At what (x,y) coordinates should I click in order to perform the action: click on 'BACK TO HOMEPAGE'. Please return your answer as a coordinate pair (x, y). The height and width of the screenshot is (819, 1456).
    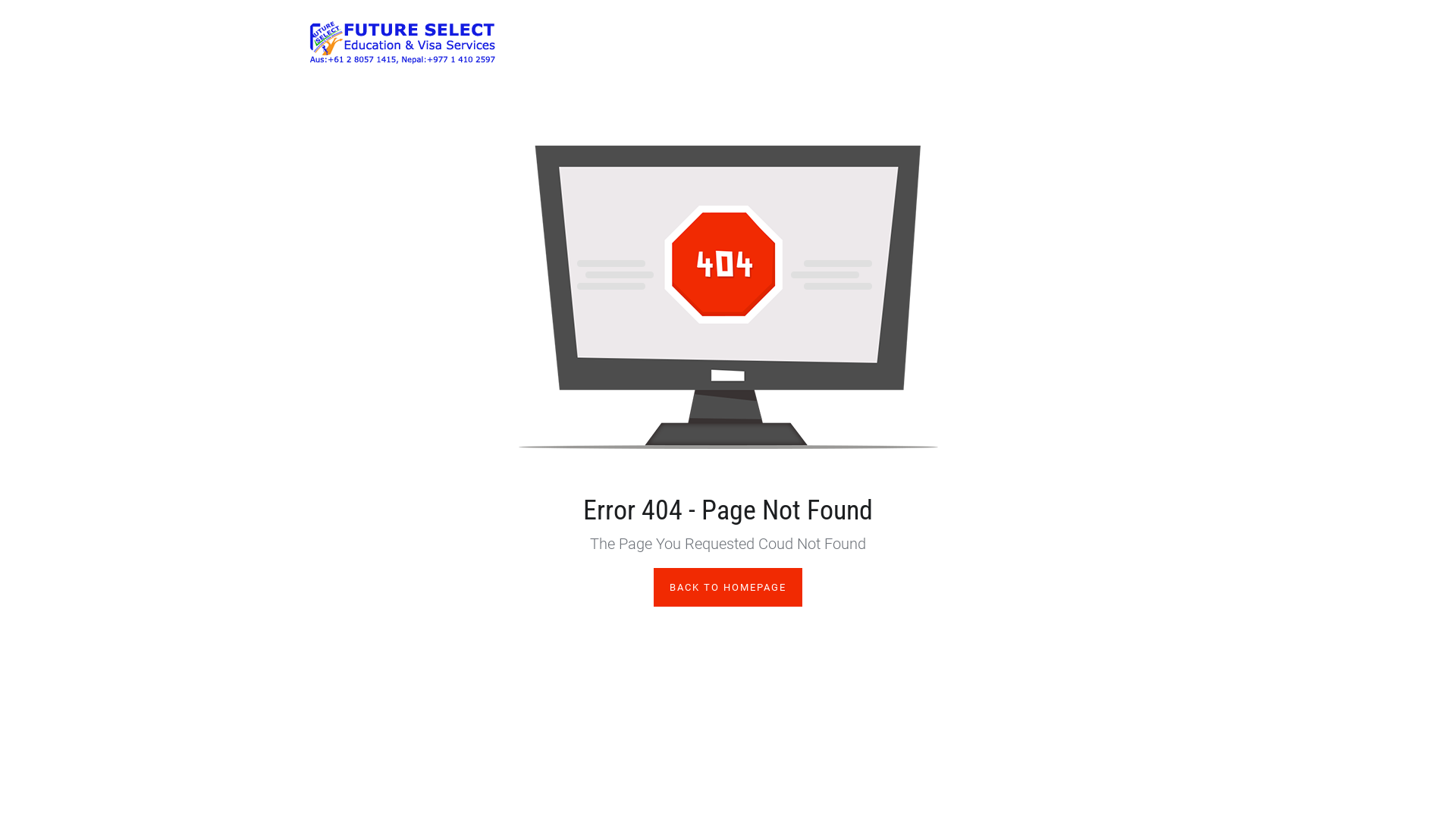
    Looking at the image, I should click on (728, 586).